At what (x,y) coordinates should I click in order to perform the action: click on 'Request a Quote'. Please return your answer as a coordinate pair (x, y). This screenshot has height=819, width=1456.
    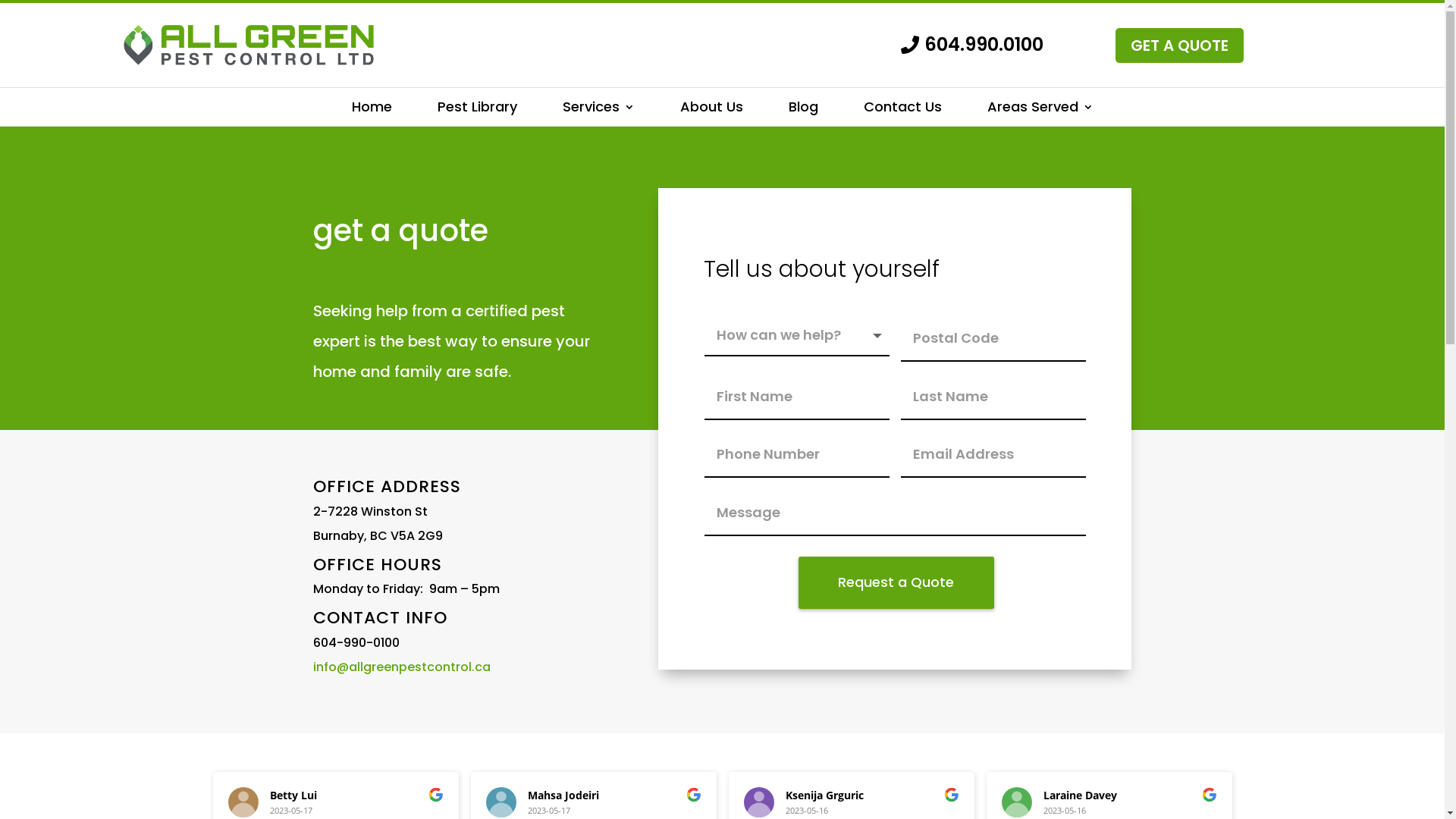
    Looking at the image, I should click on (896, 582).